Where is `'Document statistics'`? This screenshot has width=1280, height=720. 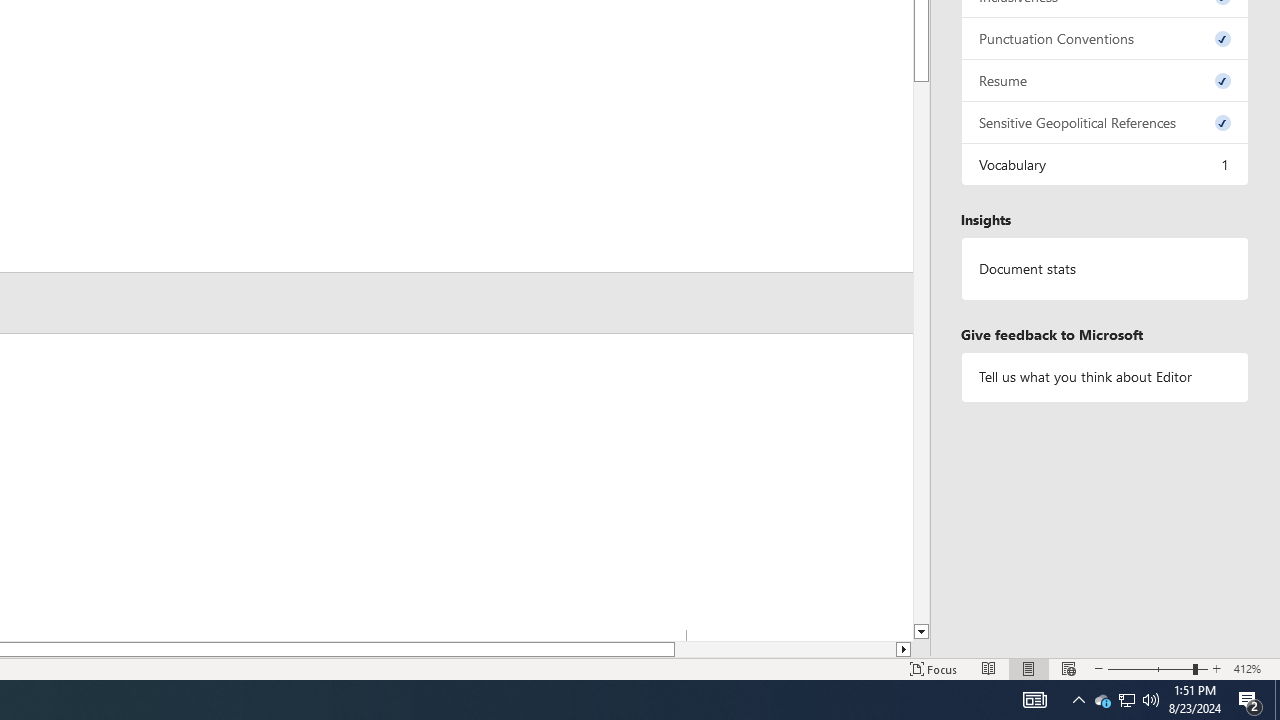 'Document statistics' is located at coordinates (1104, 268).